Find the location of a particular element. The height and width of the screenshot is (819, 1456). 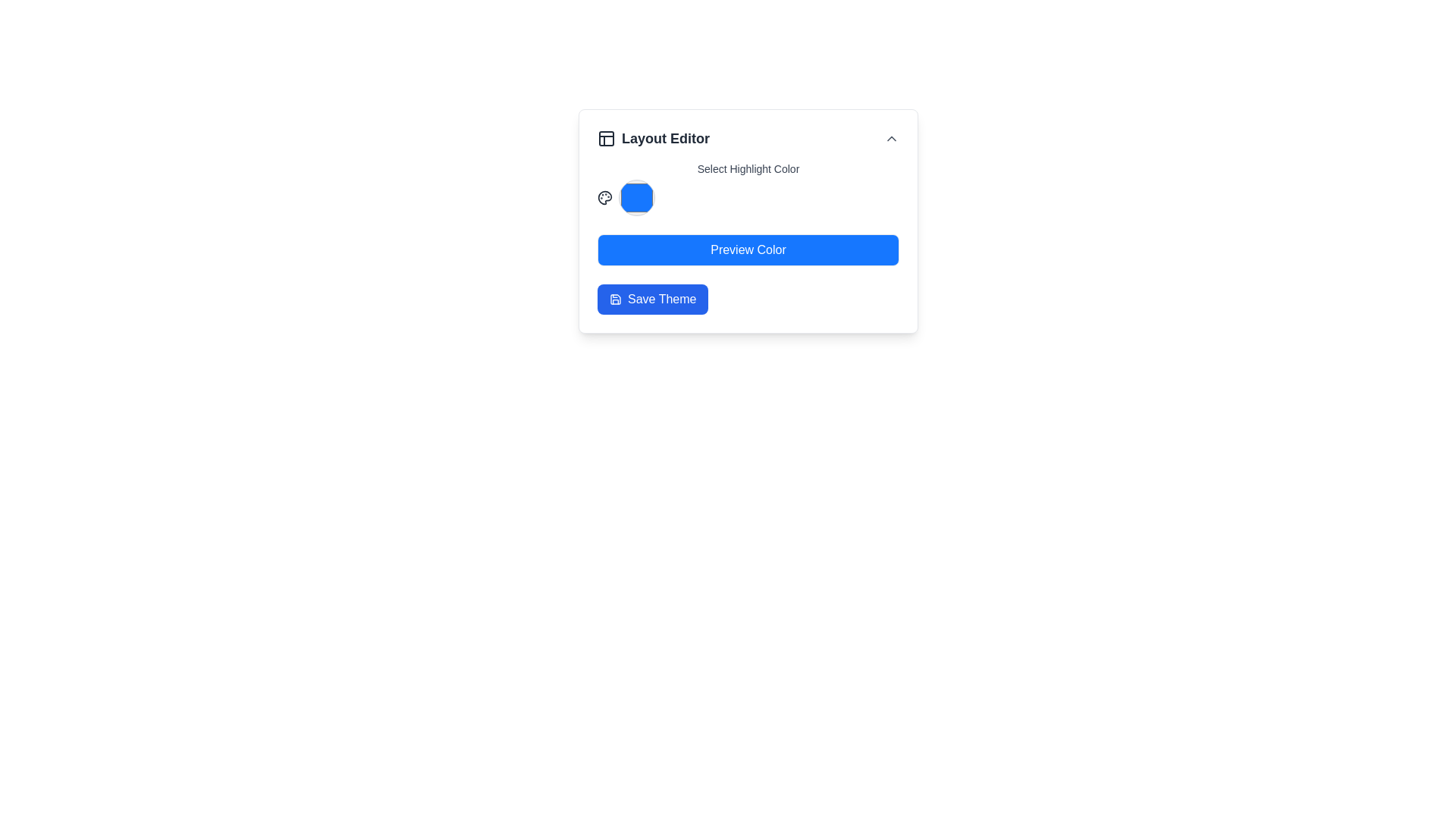

the rectangular blue button labeled 'Preview Color' is located at coordinates (748, 237).